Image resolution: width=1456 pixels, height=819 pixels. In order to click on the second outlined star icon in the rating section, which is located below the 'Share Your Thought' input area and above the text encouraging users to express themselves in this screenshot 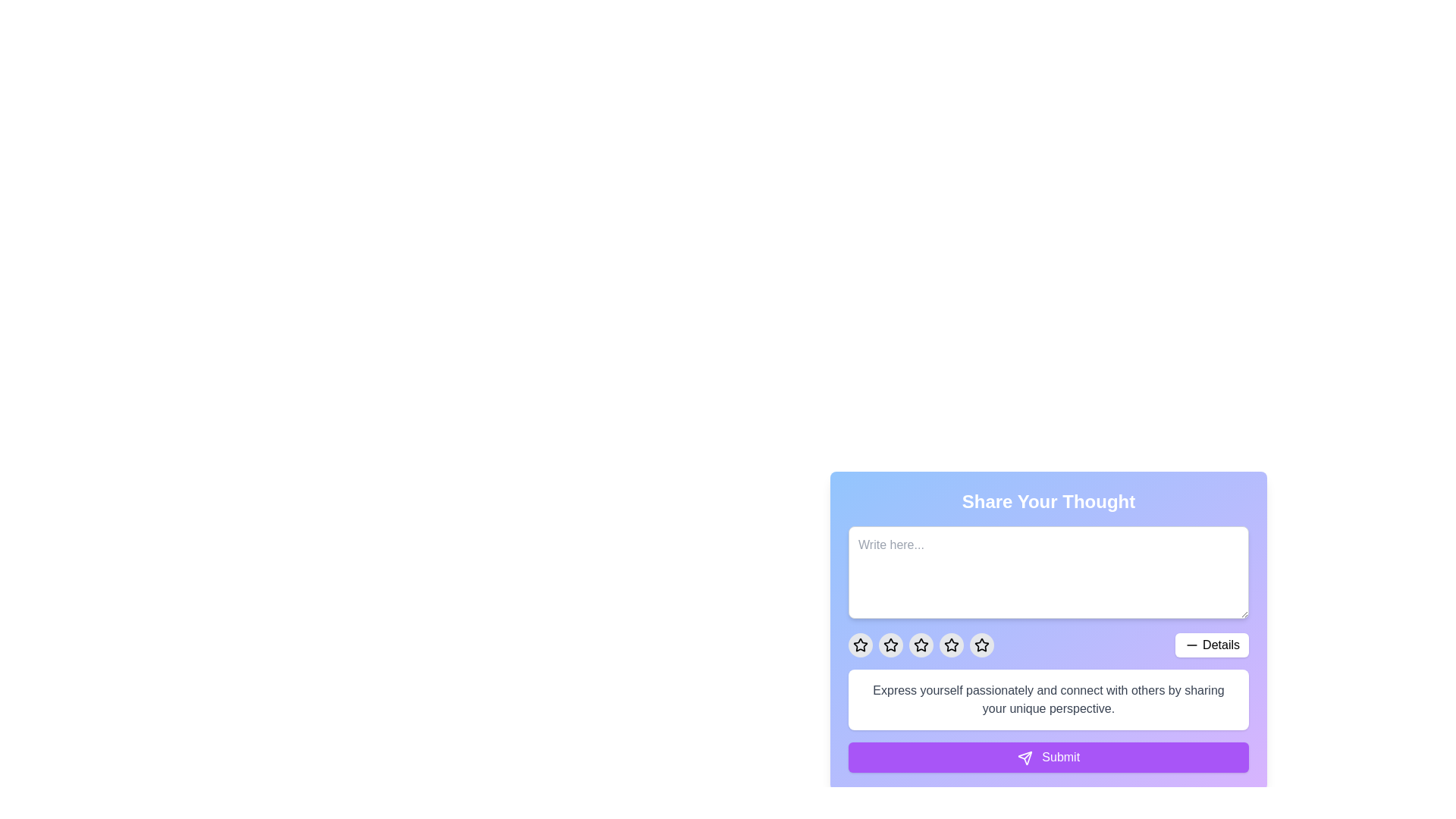, I will do `click(920, 645)`.